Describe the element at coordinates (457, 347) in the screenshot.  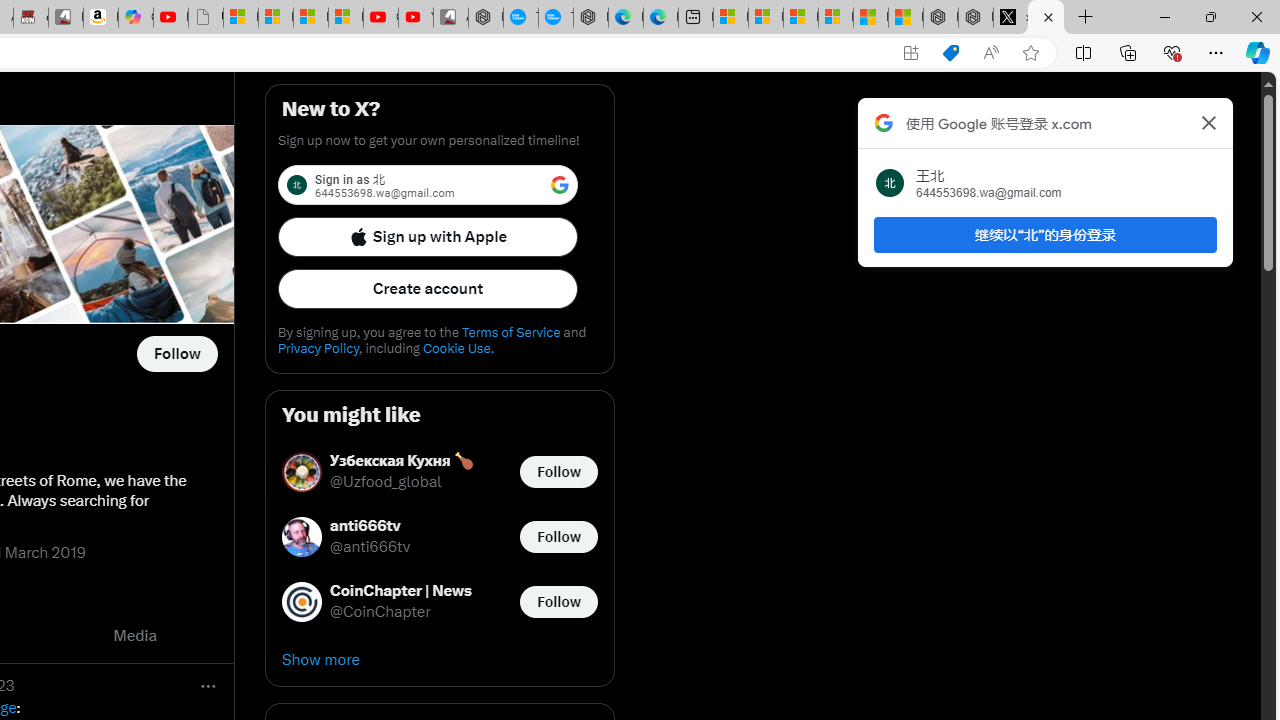
I see `'Cookie Use.'` at that location.